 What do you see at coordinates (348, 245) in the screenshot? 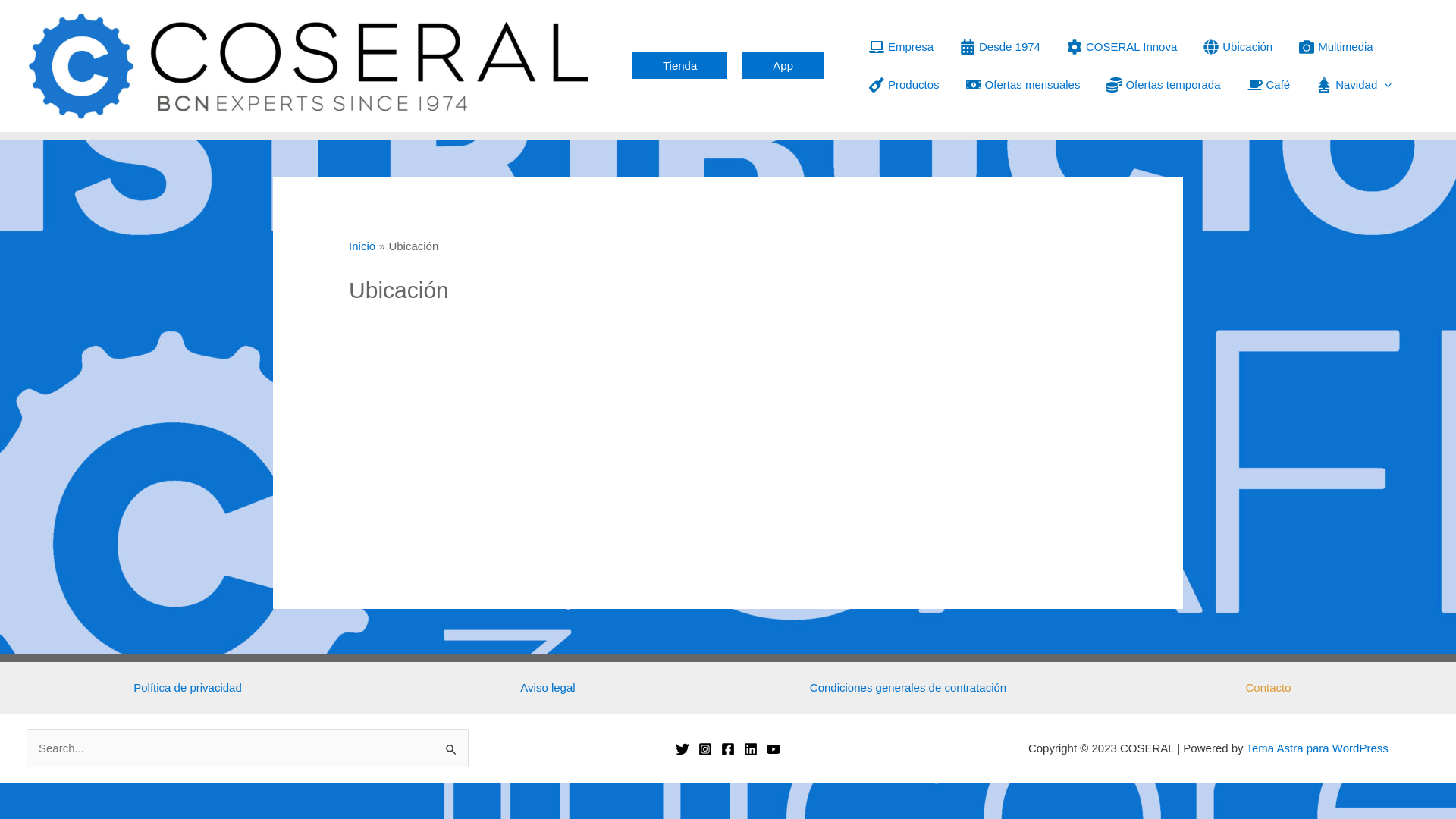
I see `'Inicio'` at bounding box center [348, 245].